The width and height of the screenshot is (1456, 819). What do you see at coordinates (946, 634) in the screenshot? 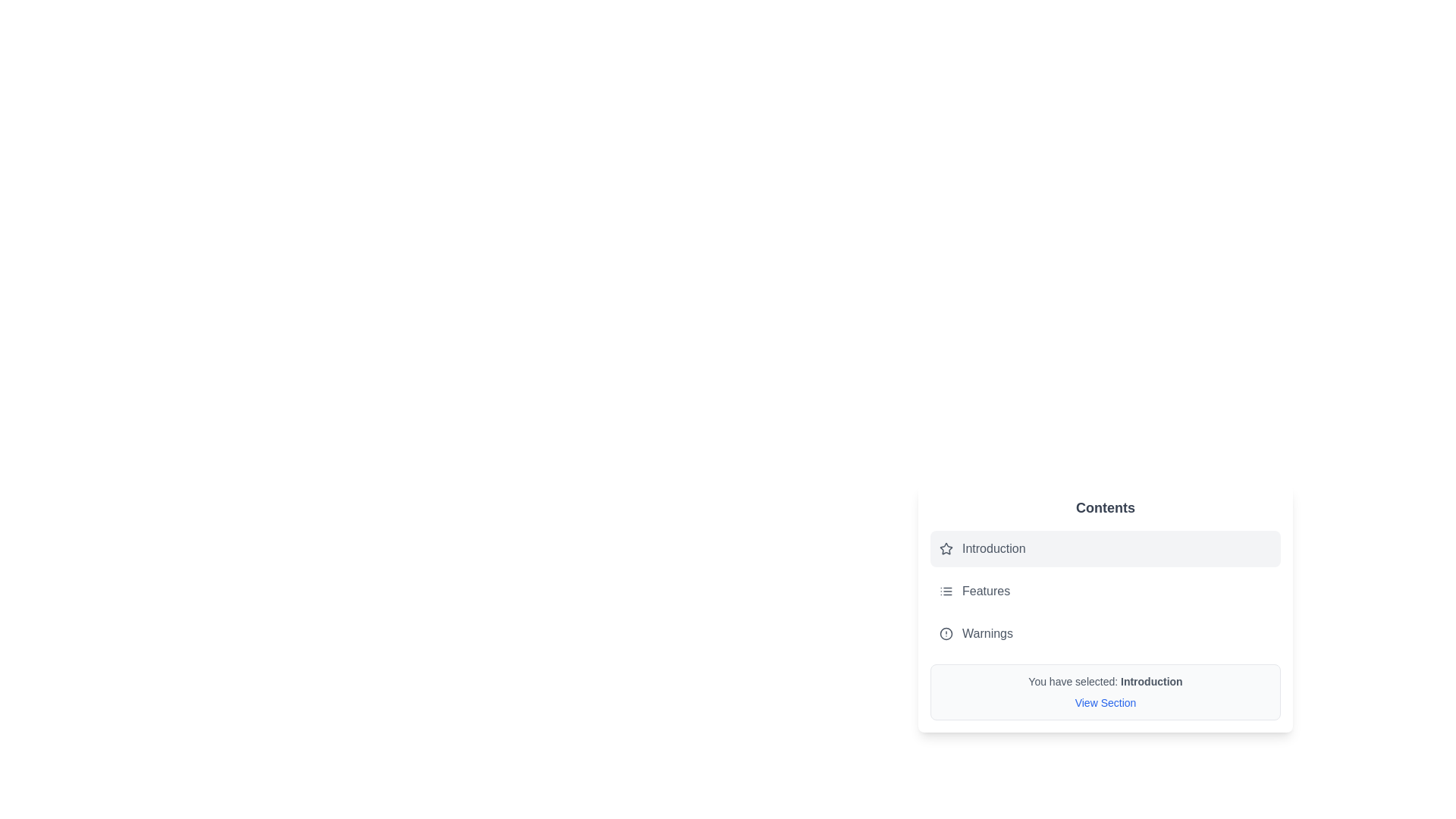
I see `the circular icon with a dot inside, located in the lower-right section of the interface under the 'Warnings' section` at bounding box center [946, 634].